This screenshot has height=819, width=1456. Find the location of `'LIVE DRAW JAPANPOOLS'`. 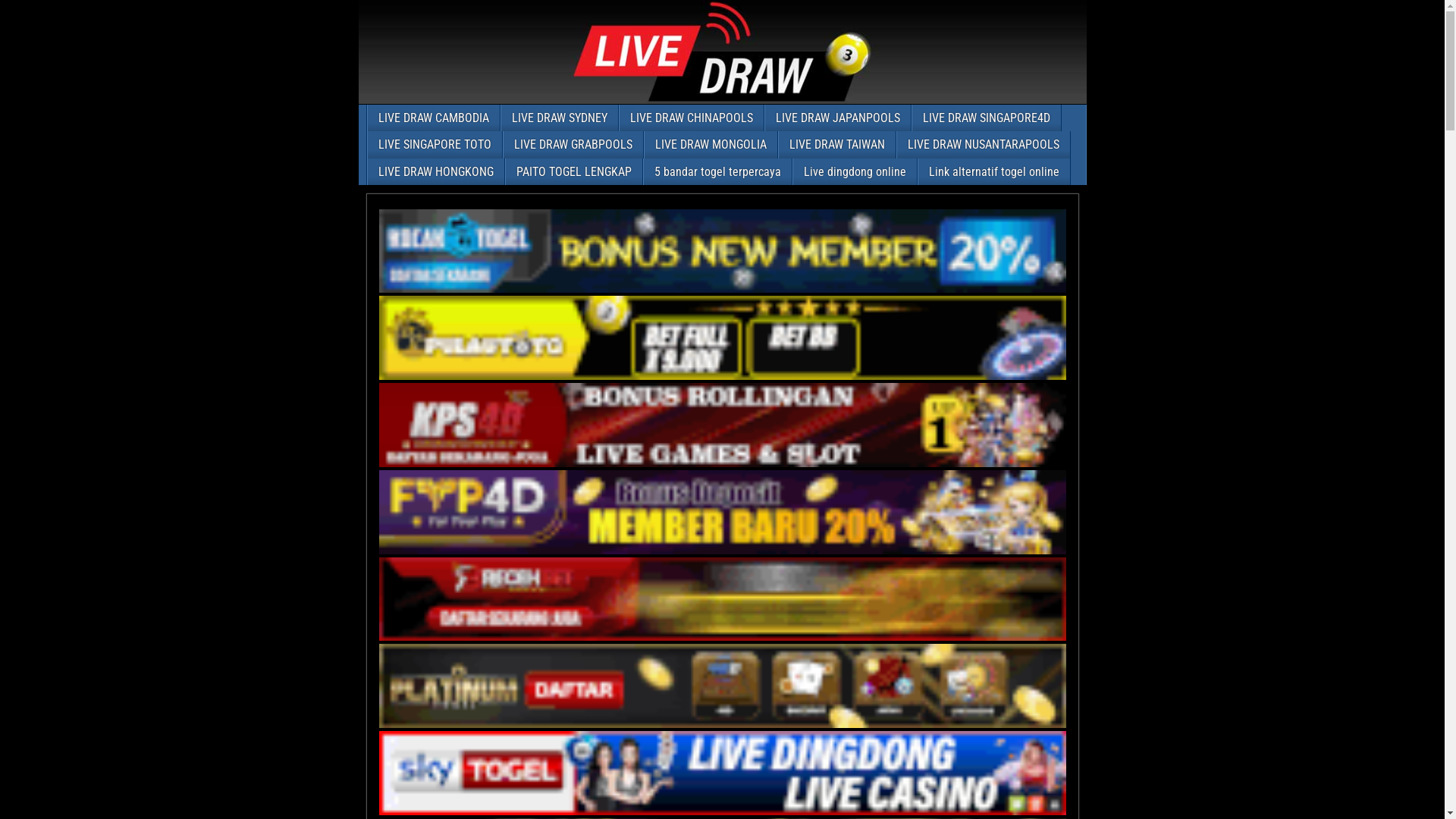

'LIVE DRAW JAPANPOOLS' is located at coordinates (764, 117).